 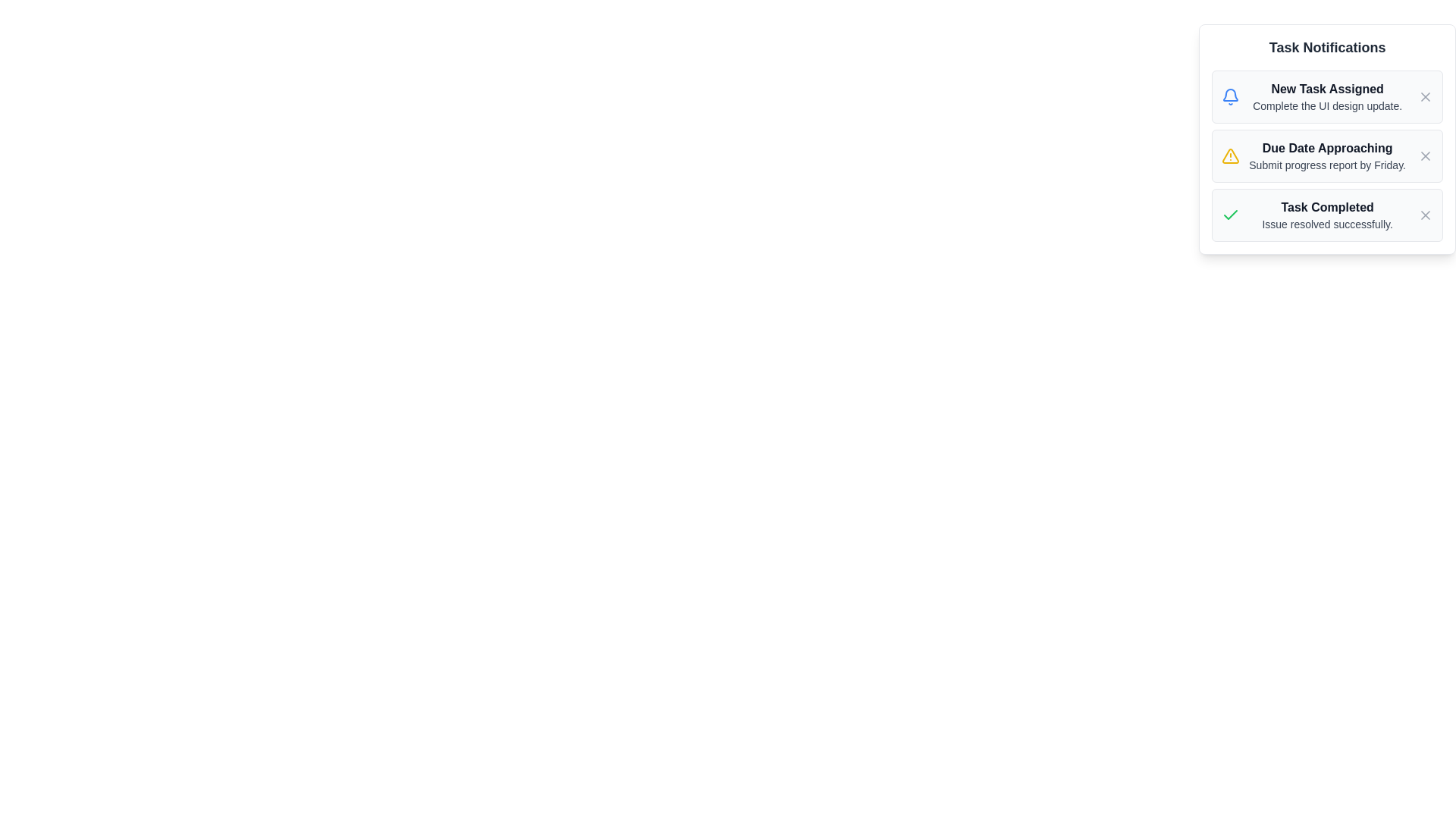 I want to click on status text indicating the completion of a task, which is located in the bottom-most notification panel of the 'Task Notifications' section, directly above the text 'Issue resolved successfully.', so click(x=1326, y=207).